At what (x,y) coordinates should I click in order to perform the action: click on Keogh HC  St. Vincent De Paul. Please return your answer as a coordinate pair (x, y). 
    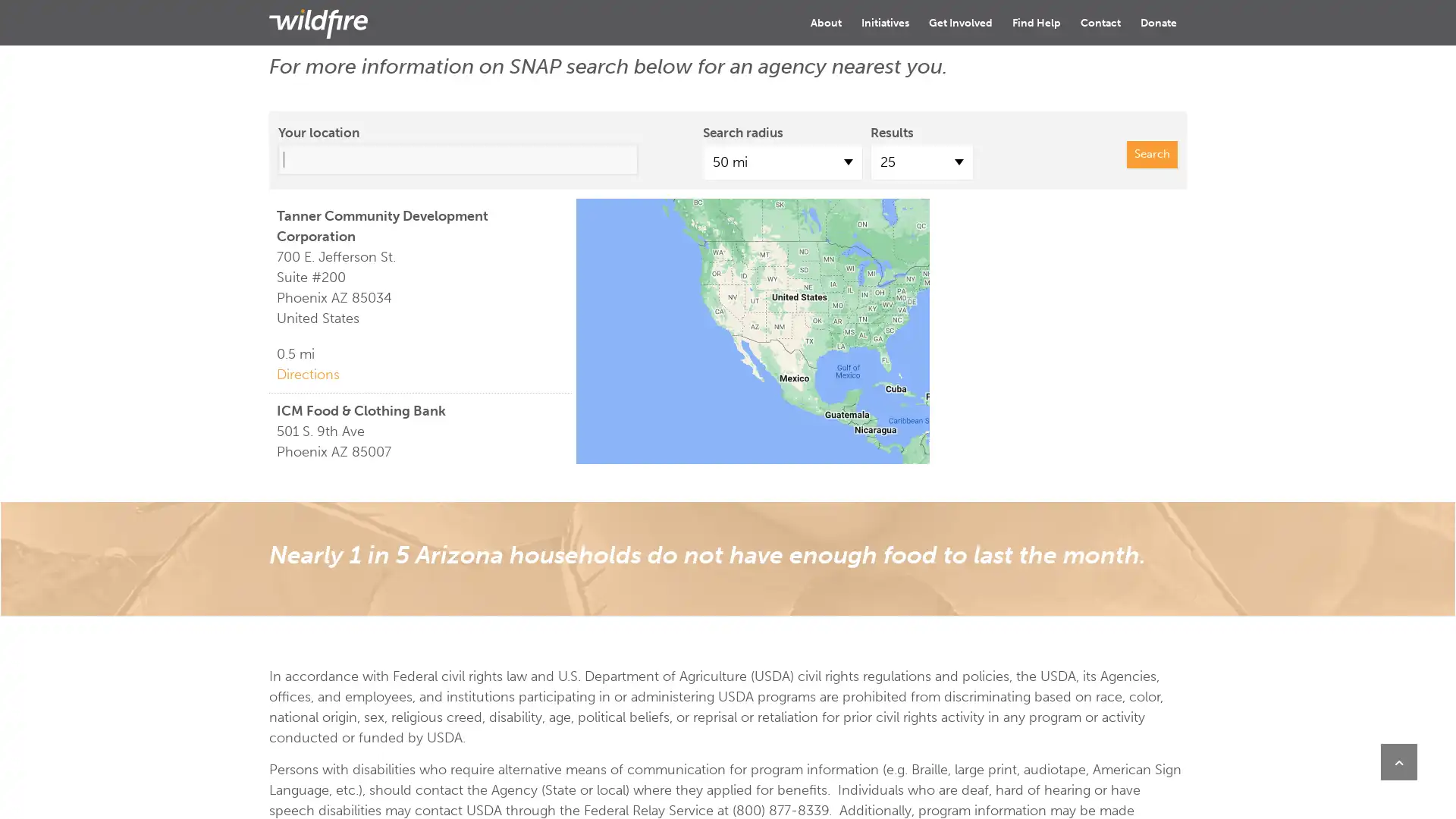
    Looking at the image, I should click on (871, 335).